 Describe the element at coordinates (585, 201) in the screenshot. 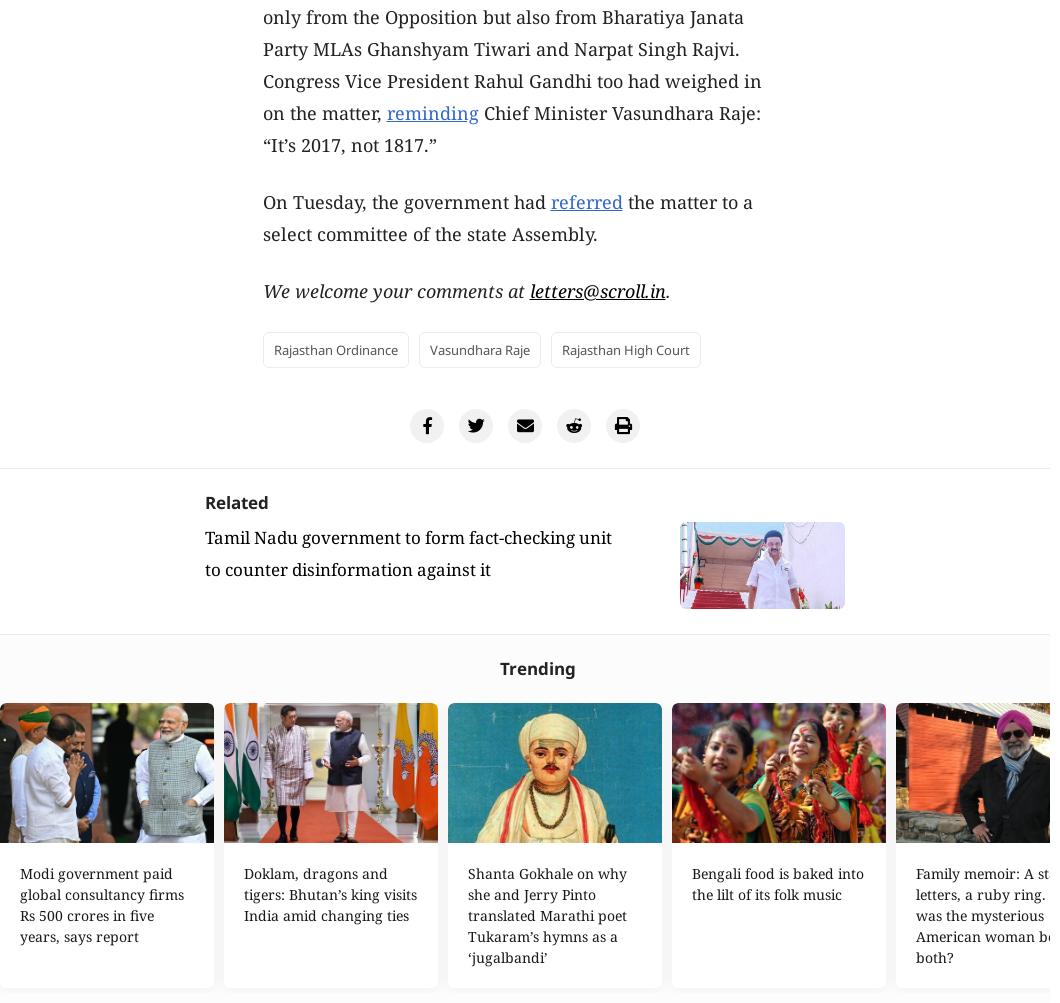

I see `'referred'` at that location.